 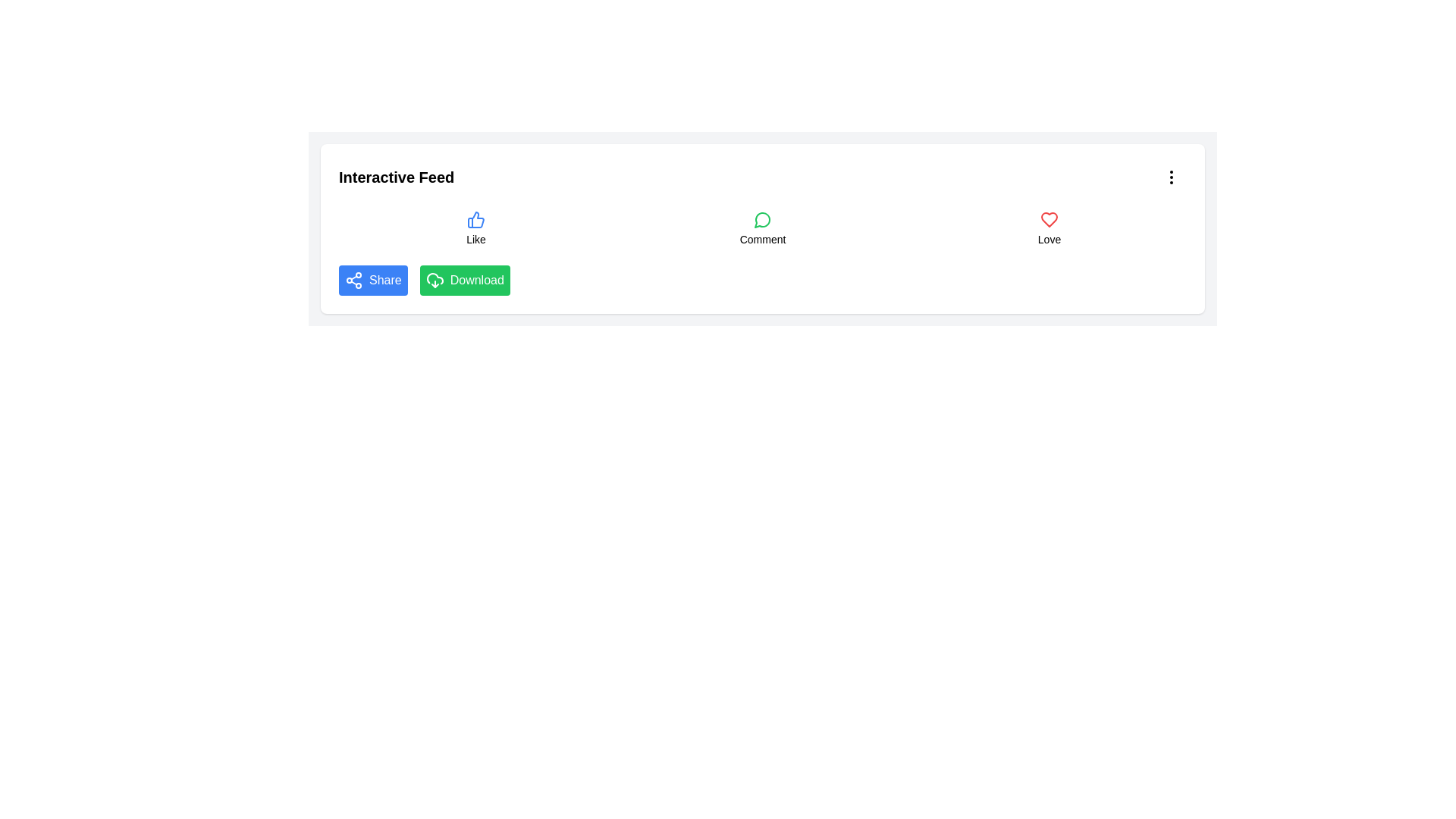 What do you see at coordinates (1171, 177) in the screenshot?
I see `the vertical ellipsis icon in the top-right corner of the 'Interactive Feed' card` at bounding box center [1171, 177].